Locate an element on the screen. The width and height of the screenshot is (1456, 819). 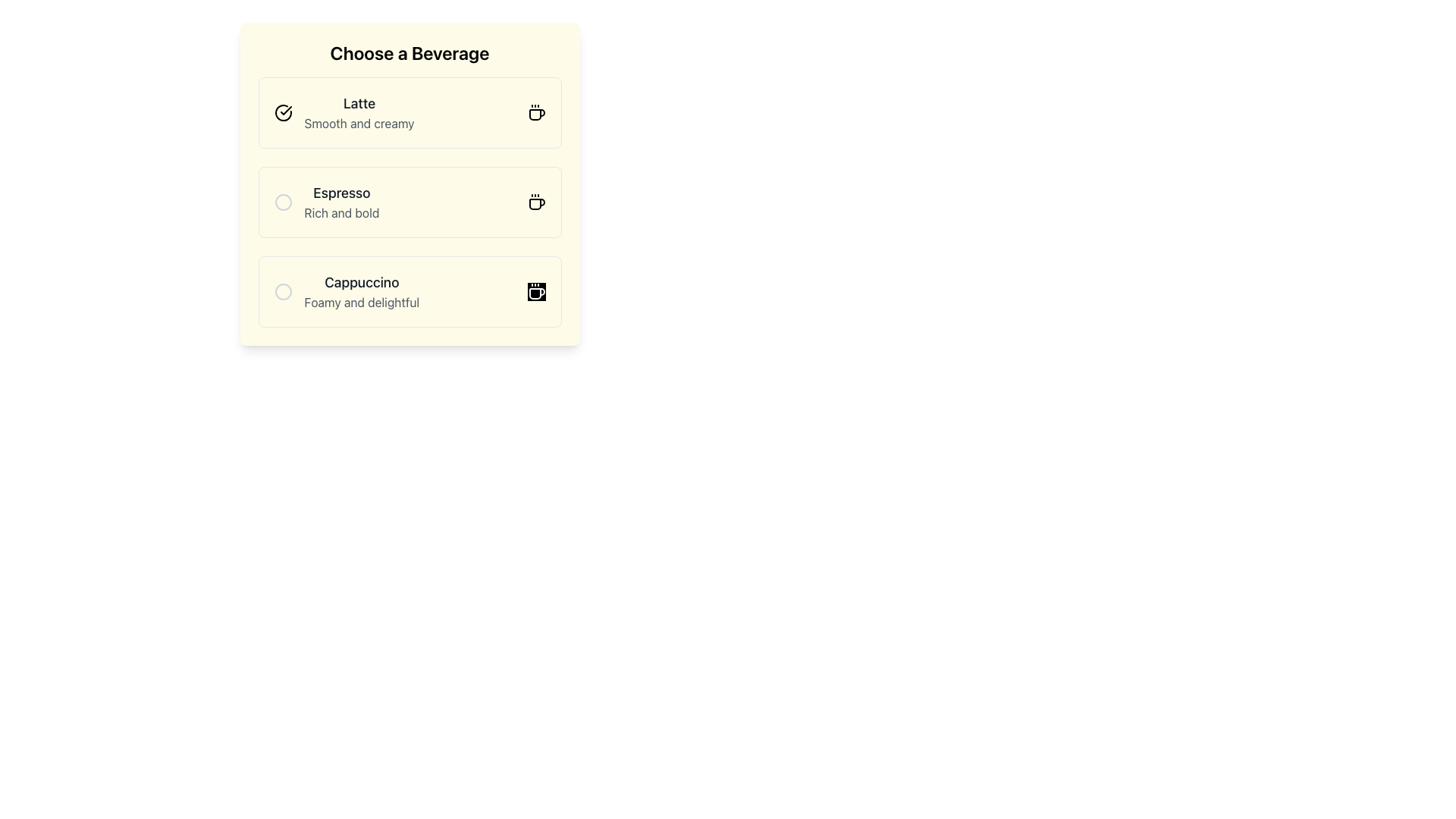
the unselected radio button (circular outline icon styled in gray) located in the left section of the 'Cappuccino' option block within the beverage selection interface is located at coordinates (283, 292).